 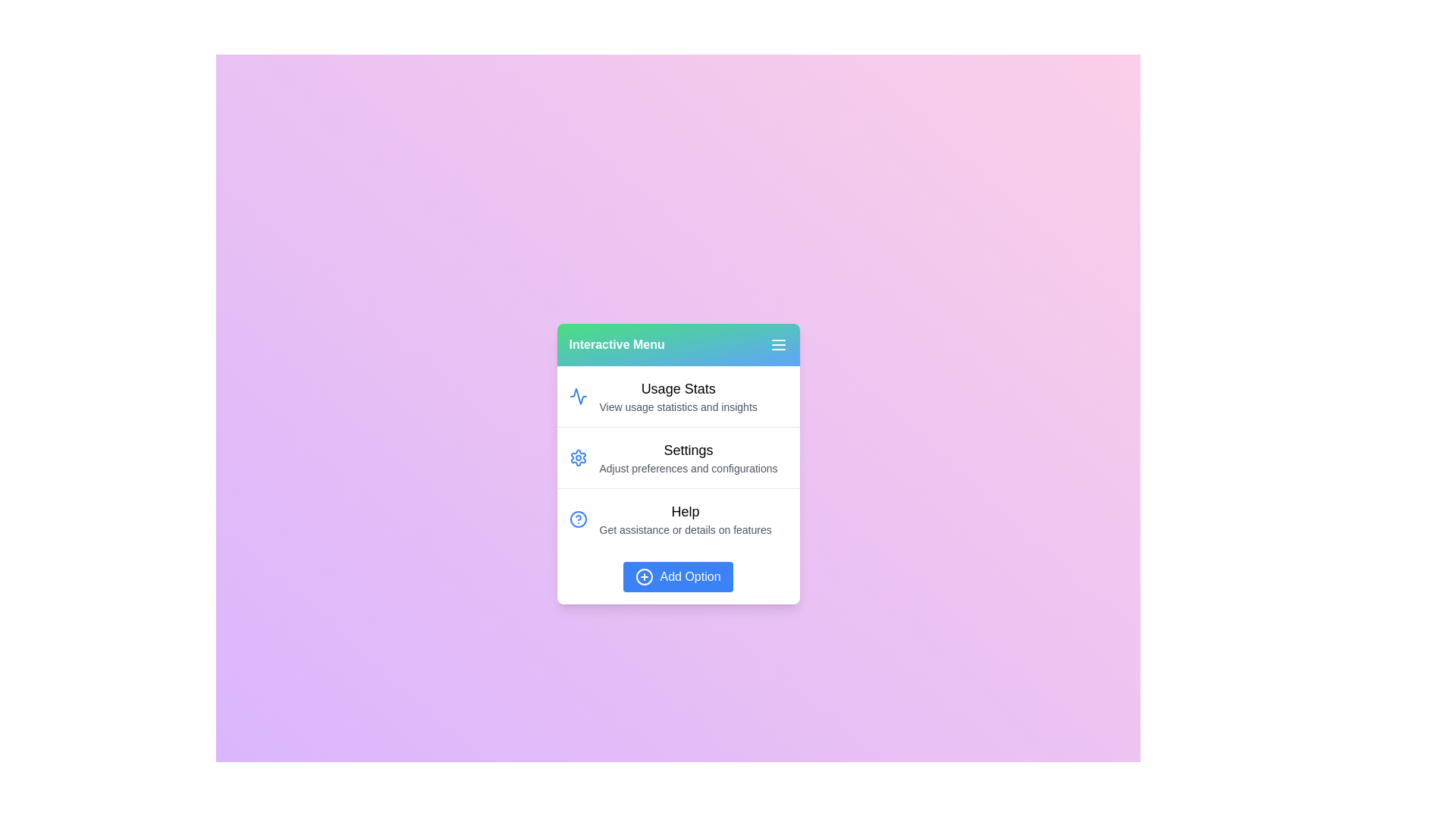 I want to click on the menu item Settings to select it, so click(x=677, y=457).